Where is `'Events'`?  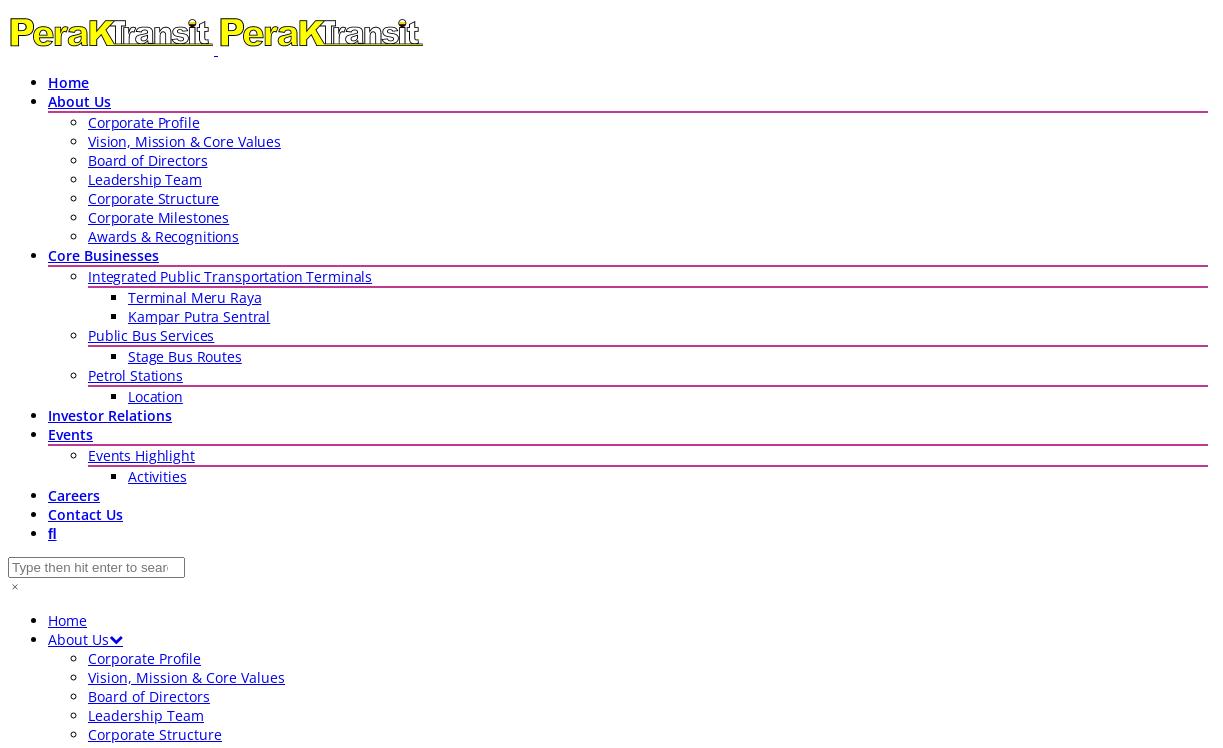
'Events' is located at coordinates (69, 433).